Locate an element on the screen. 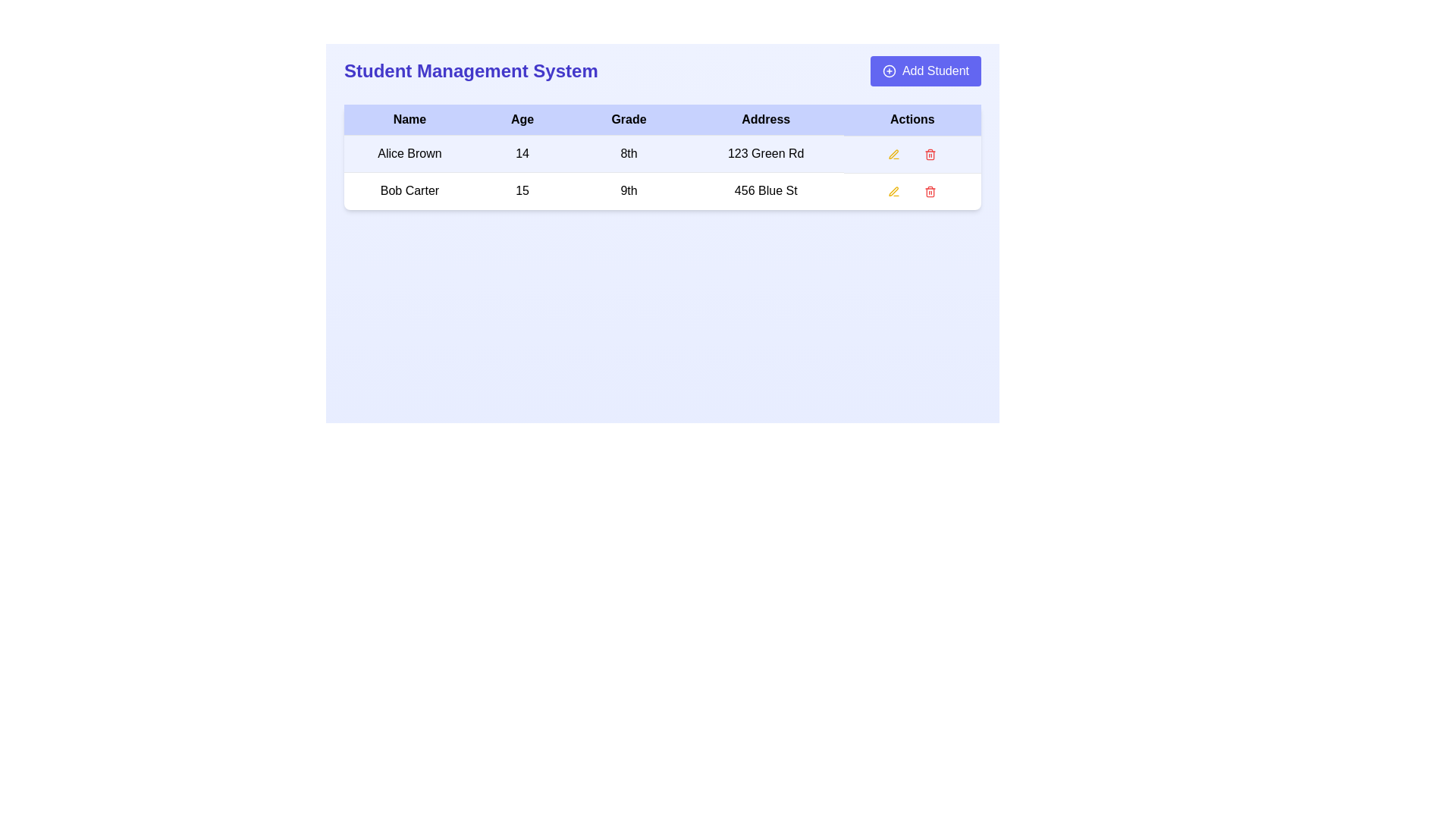 The width and height of the screenshot is (1456, 819). the table cell displaying the number '14' in the second column of the row for 'Alice Brown', which is labeled 'Age' is located at coordinates (522, 154).